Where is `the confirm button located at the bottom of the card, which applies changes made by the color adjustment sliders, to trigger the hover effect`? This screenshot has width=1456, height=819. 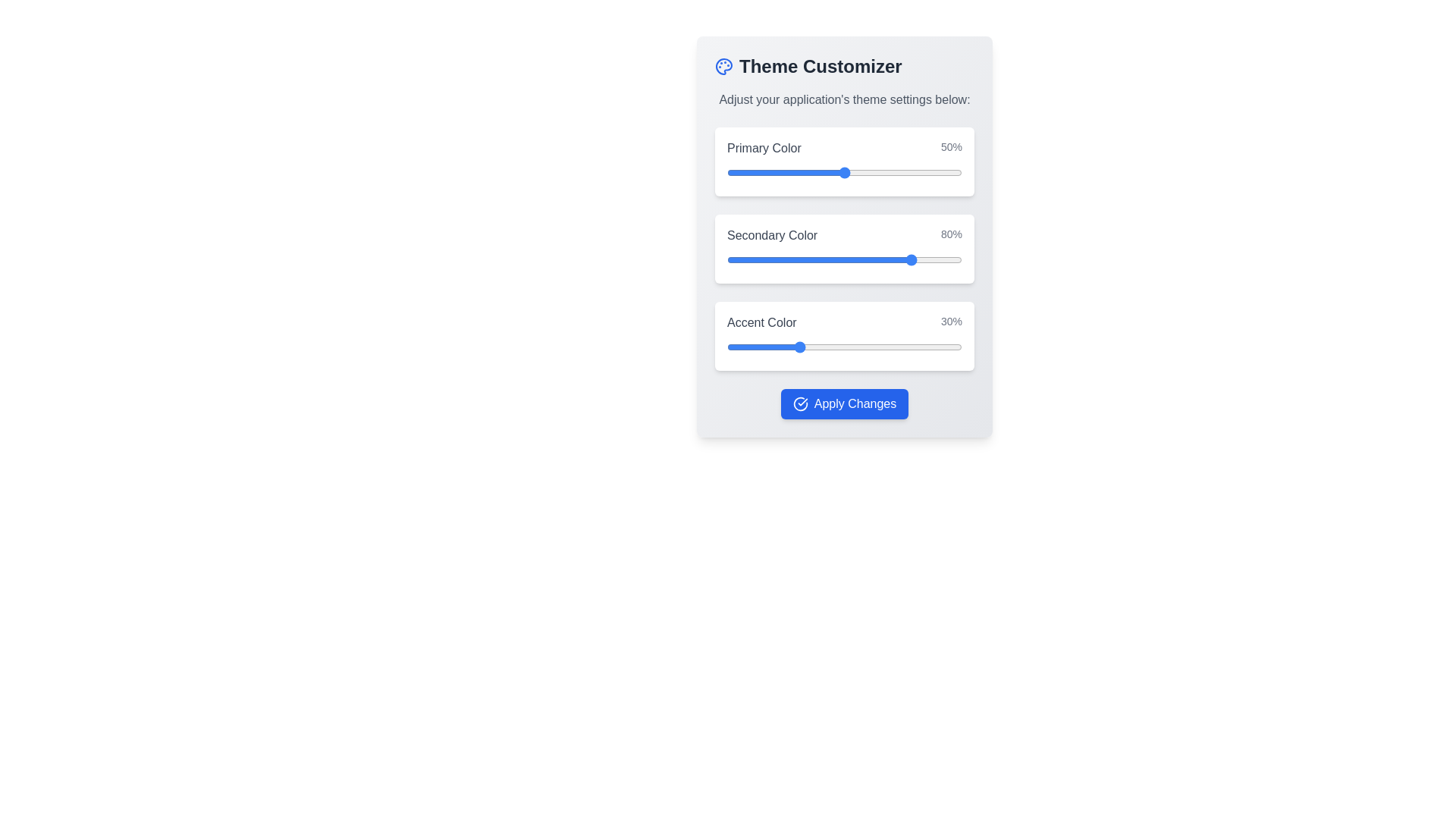
the confirm button located at the bottom of the card, which applies changes made by the color adjustment sliders, to trigger the hover effect is located at coordinates (843, 403).